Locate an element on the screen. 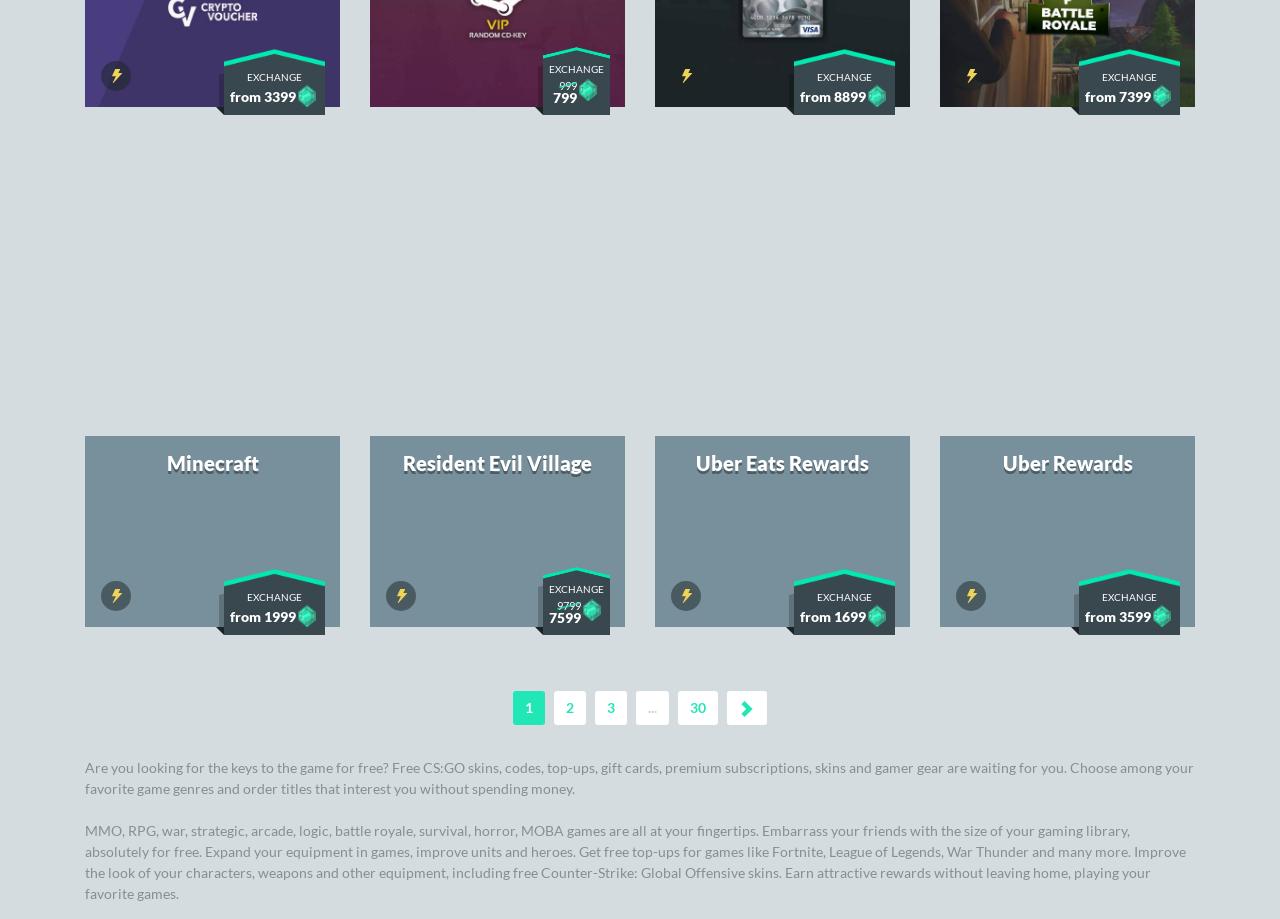  'The merchants represented are not sponsors of the rewards or otherwise affiliated with Gaming Sp. z o. o. The logos or other identifying marks attached are trademarks of and owned by each represented company and/or its affiliates. Please visit each company's website for additional terms and conditions.' is located at coordinates (640, 725).